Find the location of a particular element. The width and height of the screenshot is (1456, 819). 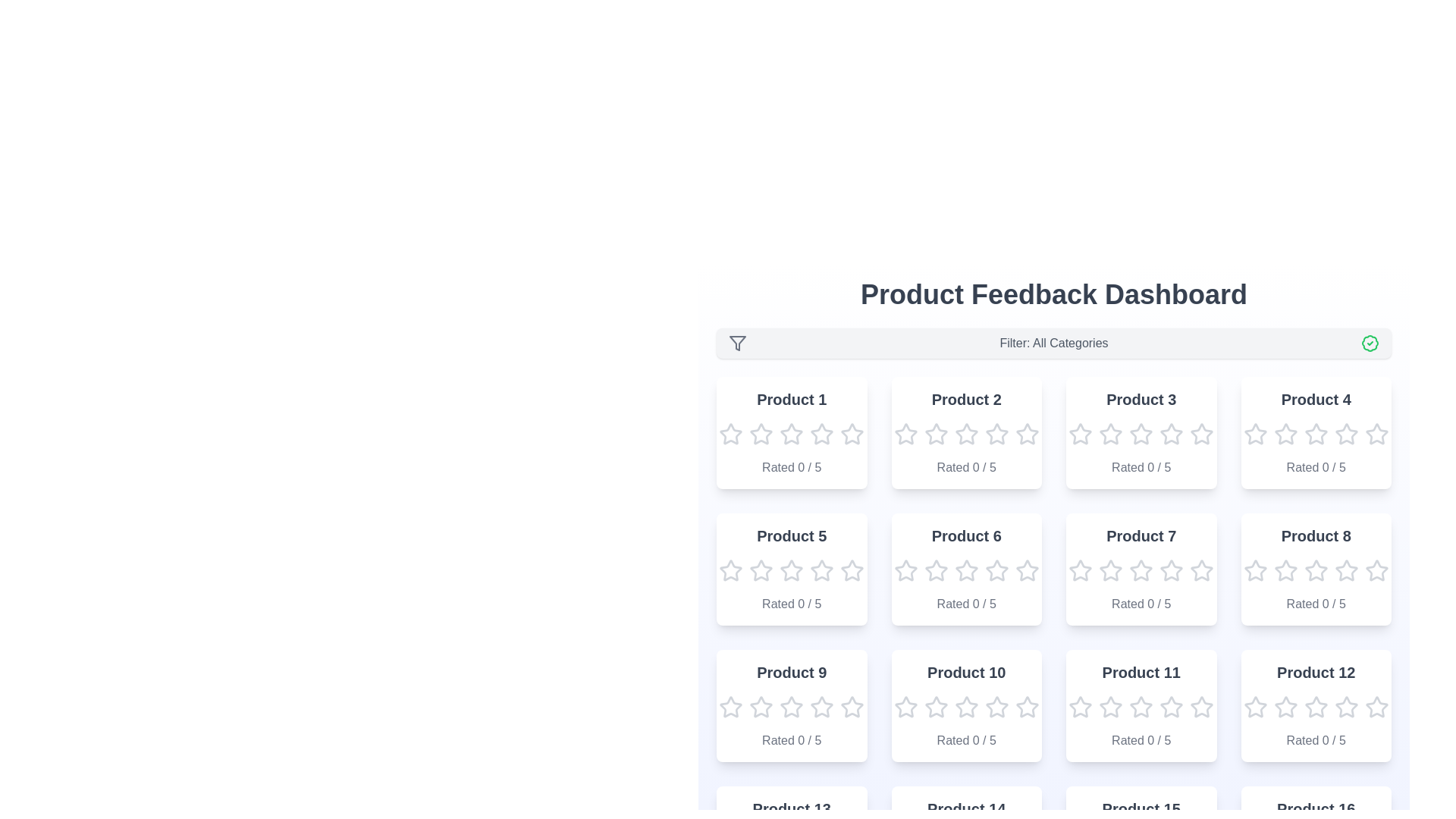

the rating for a product card to 2 stars is located at coordinates (761, 435).